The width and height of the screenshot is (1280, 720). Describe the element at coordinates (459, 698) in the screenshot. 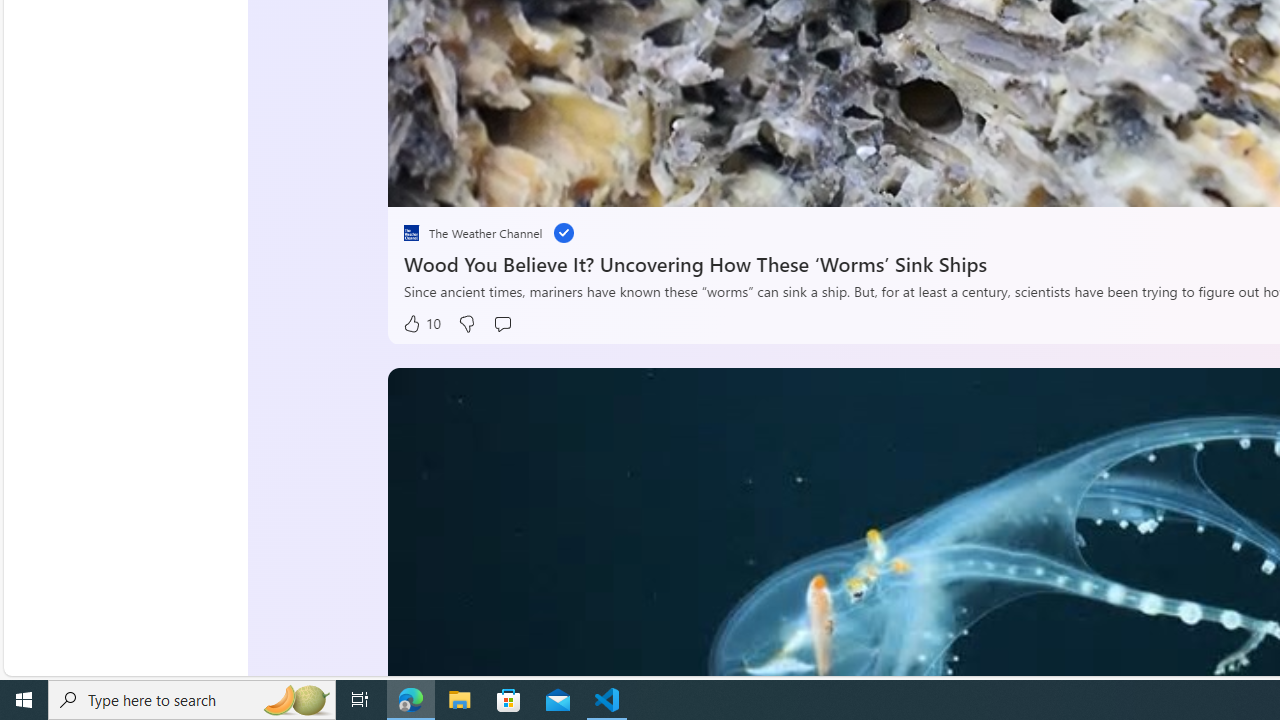

I see `'File Explorer'` at that location.